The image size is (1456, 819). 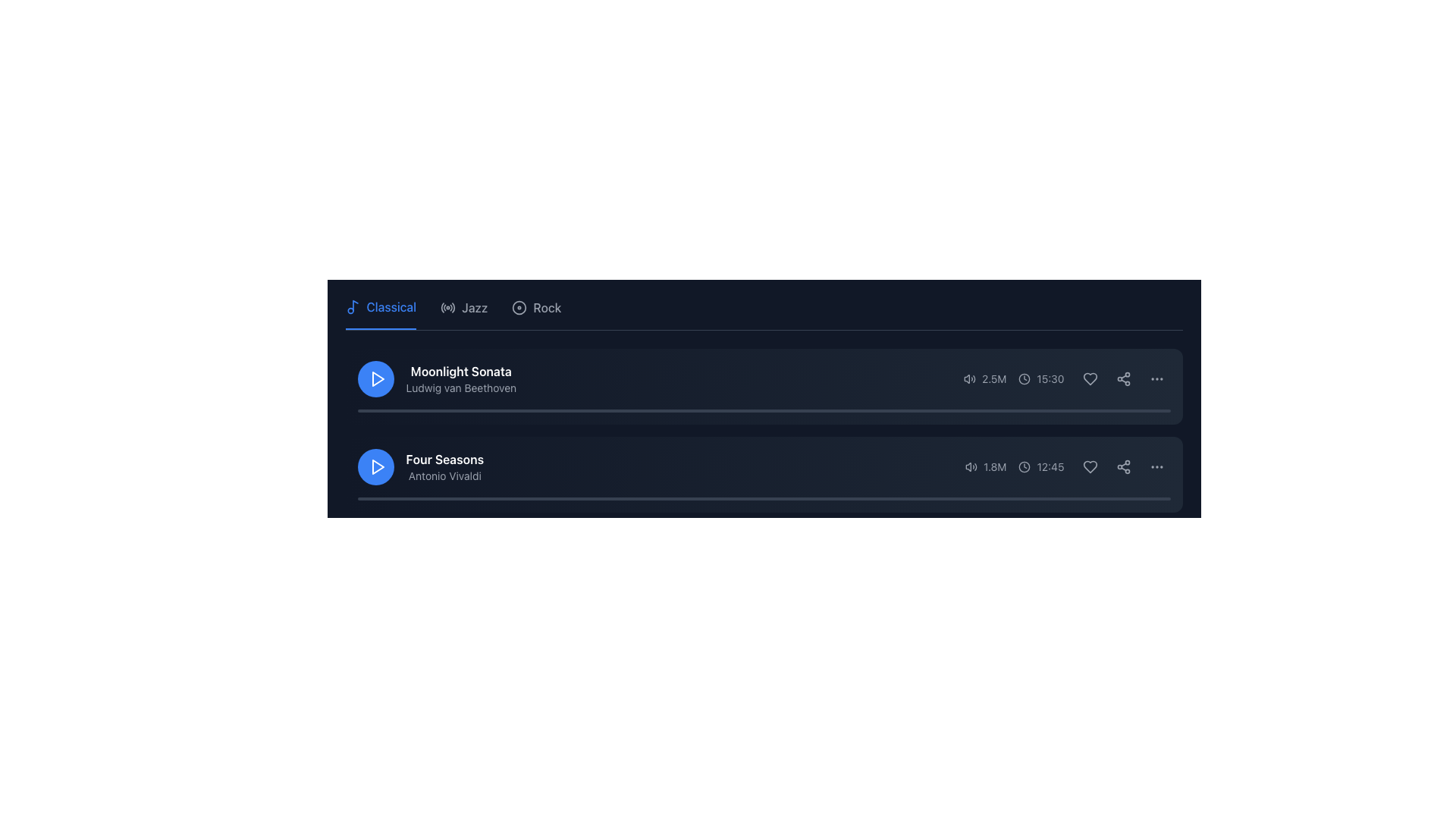 I want to click on the ellipsis icon button, which consists of three small light gray dots arranged horizontally and is located to the far right of the music track titled 'Four Seasons' by Antonio Vivaldi, so click(x=1156, y=466).